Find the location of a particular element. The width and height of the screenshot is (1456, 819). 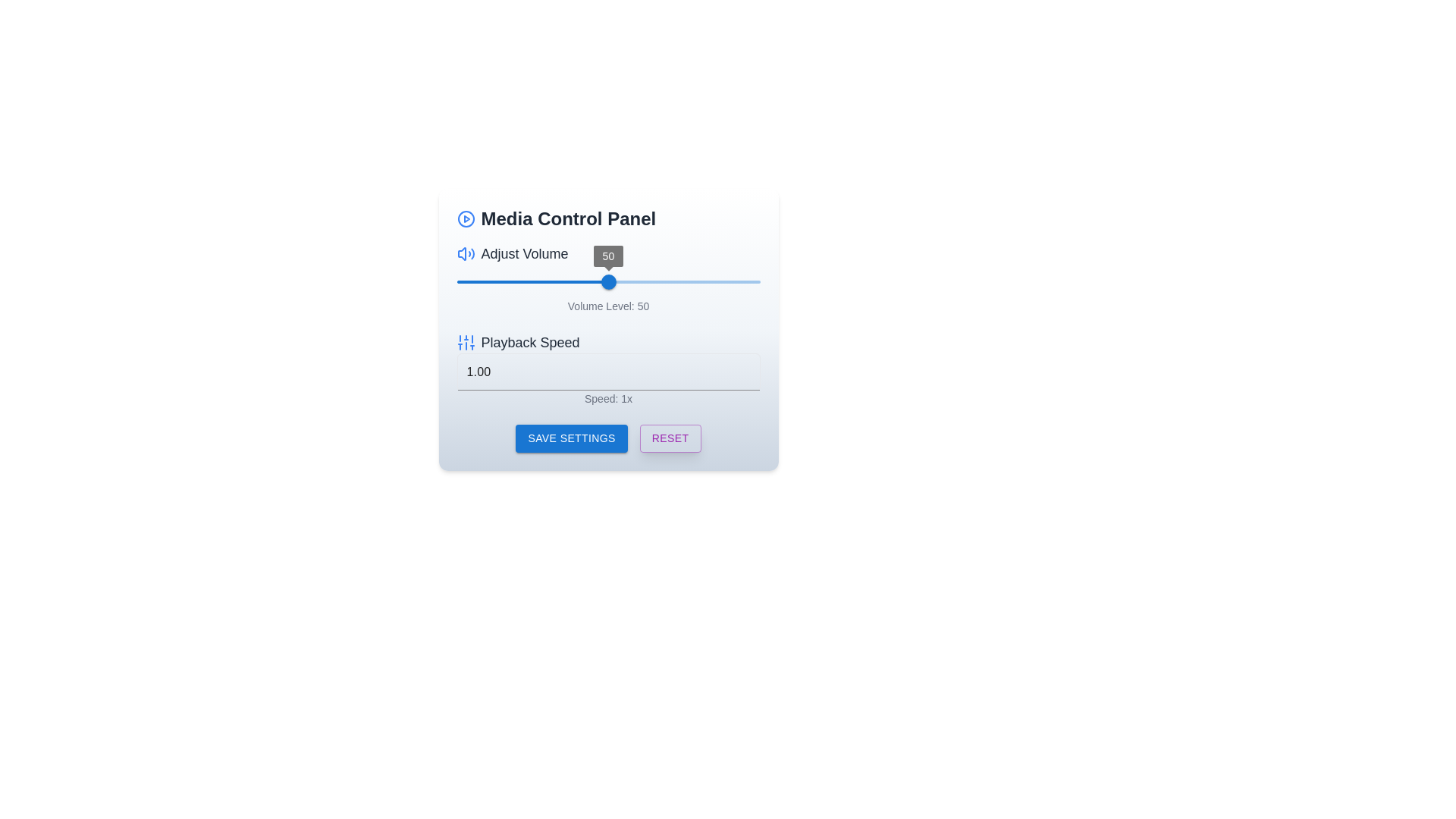

the static text label reading 'Speed: 1x', which is styled in gray font and positioned below the input field in the playback speed section is located at coordinates (608, 397).